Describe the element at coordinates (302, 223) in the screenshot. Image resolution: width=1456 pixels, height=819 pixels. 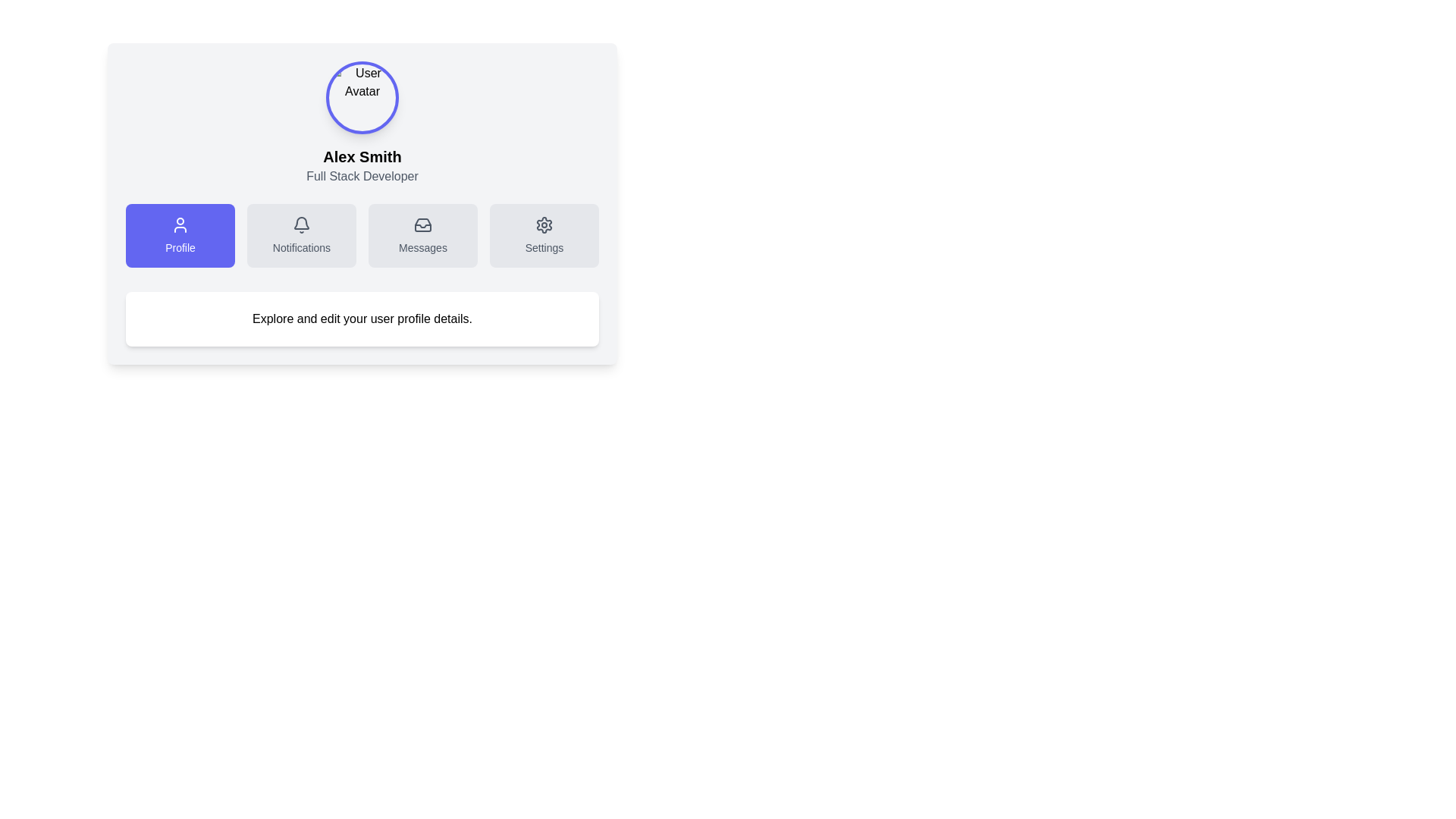
I see `the notifications button icon, which is the second element from the left in the navigation buttons below the user name and avatar` at that location.